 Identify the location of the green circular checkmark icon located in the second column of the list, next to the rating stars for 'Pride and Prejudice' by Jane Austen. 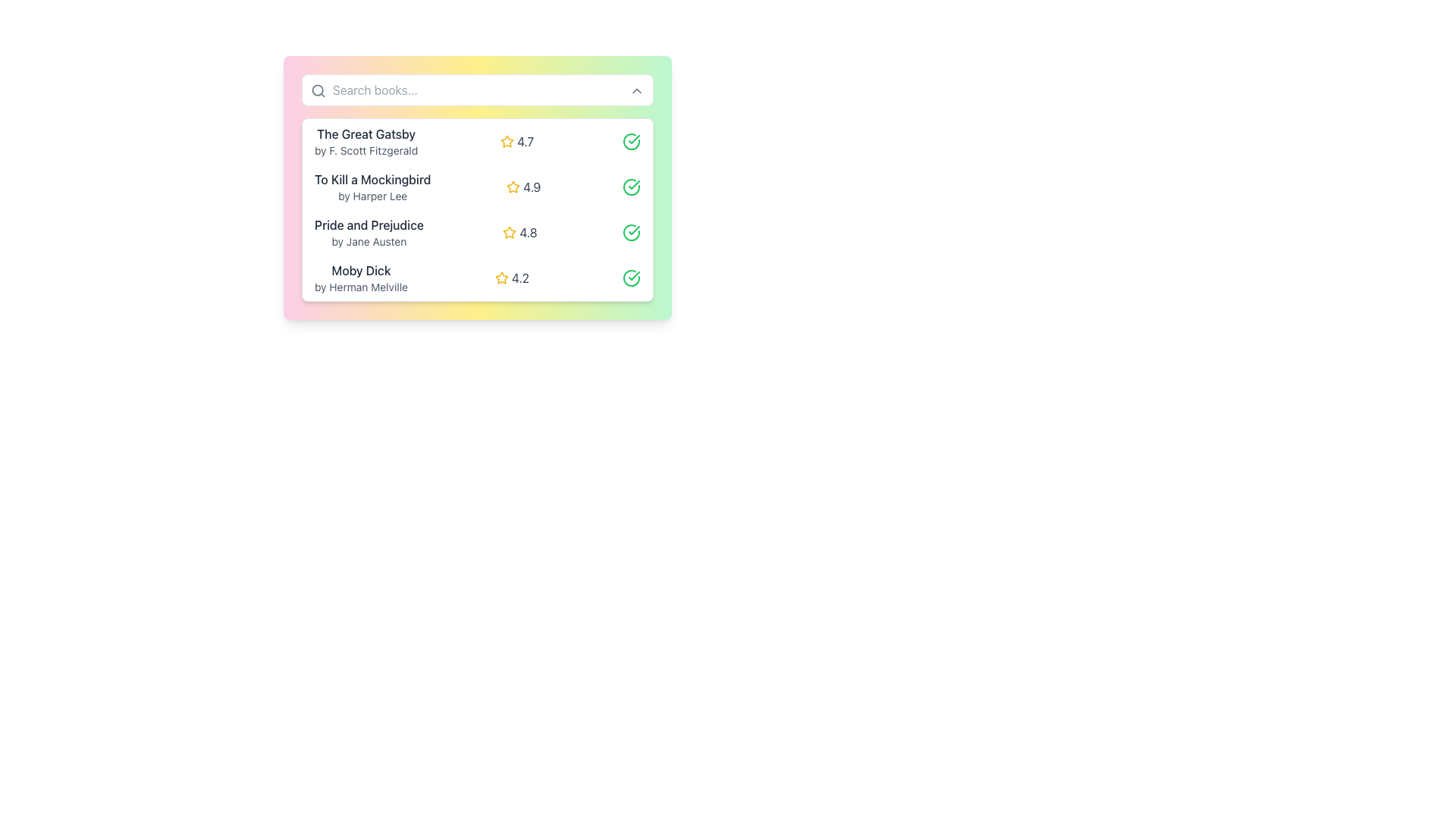
(634, 140).